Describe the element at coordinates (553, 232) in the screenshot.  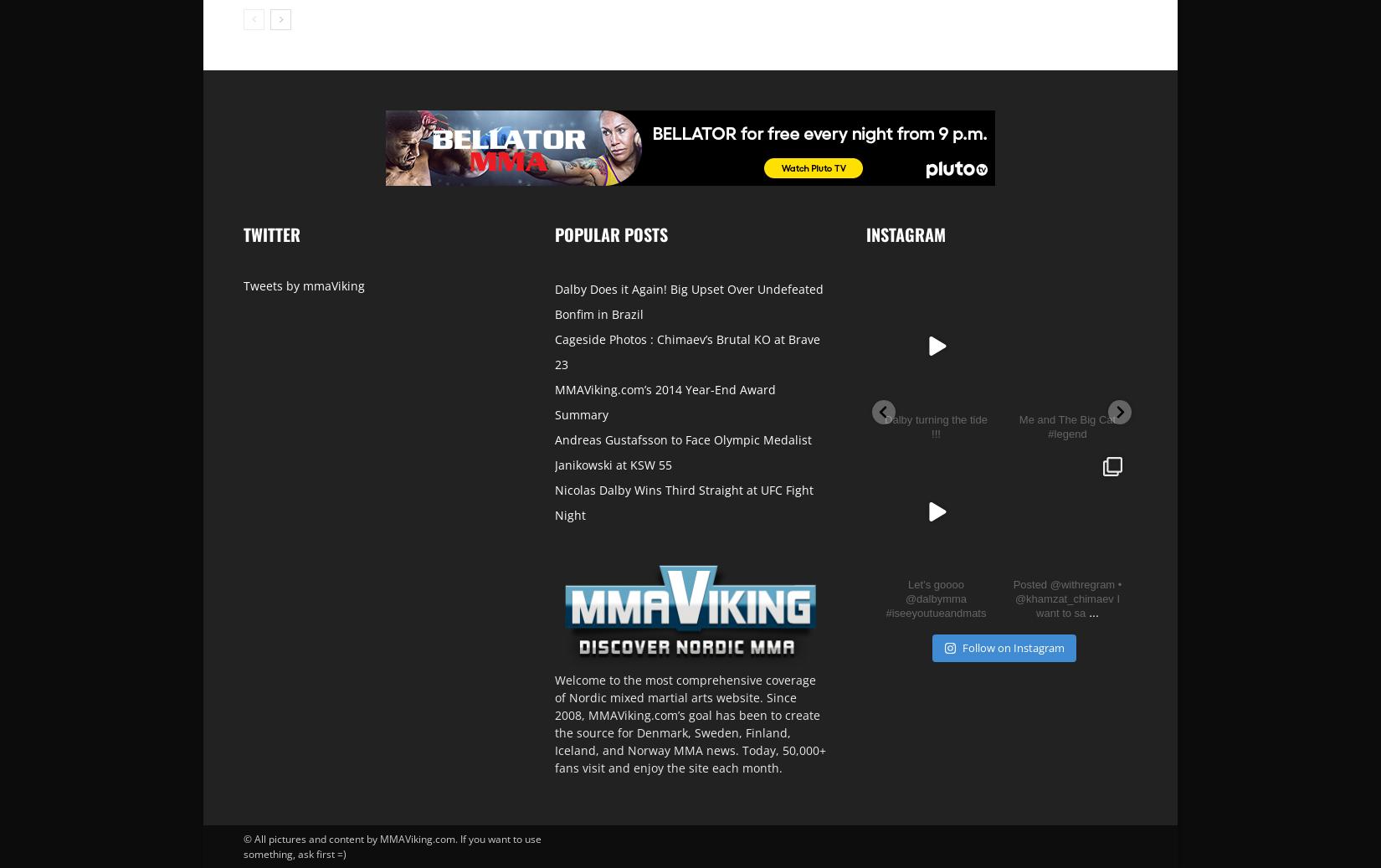
I see `'Popular posts'` at that location.